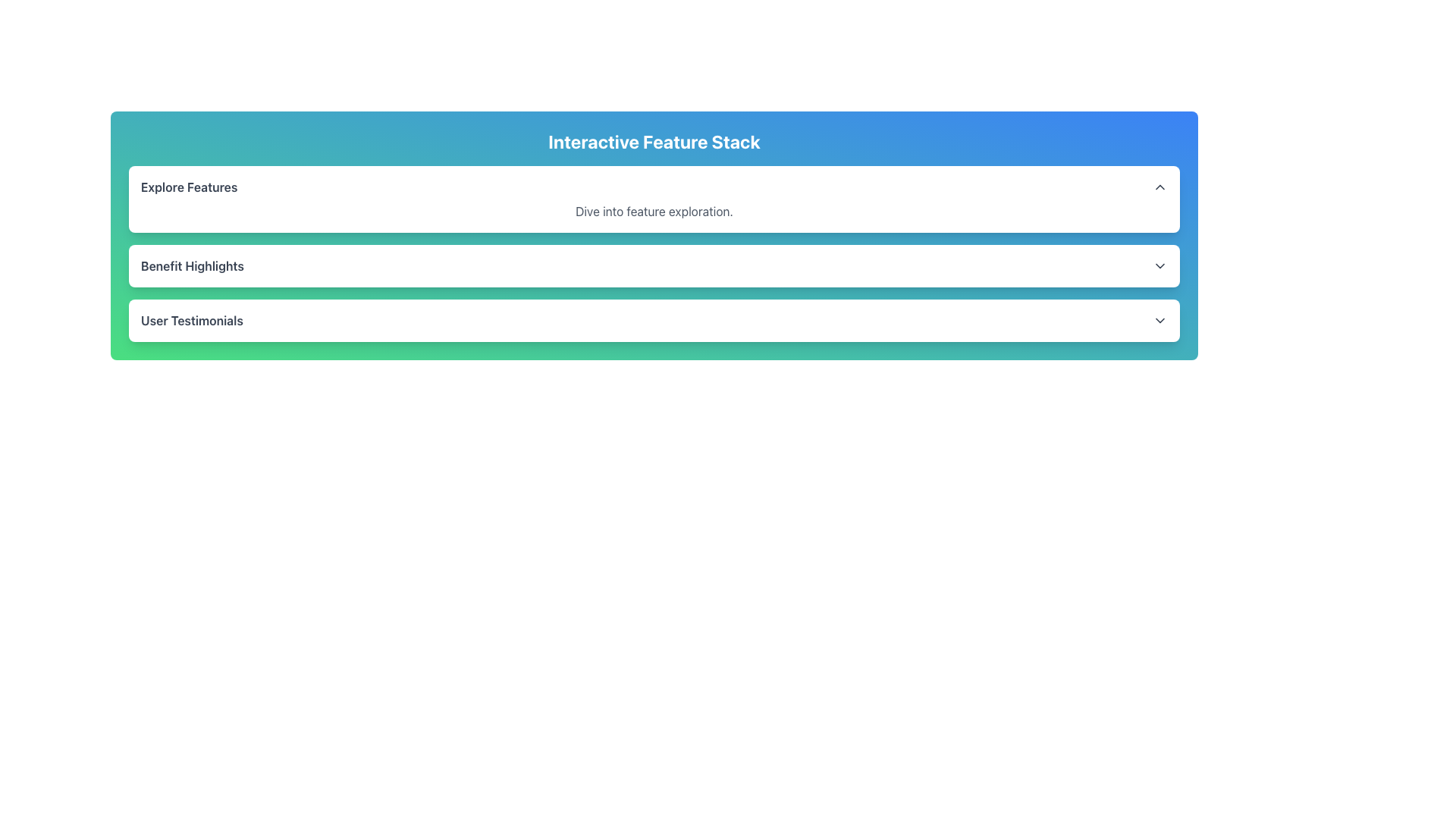 Image resolution: width=1456 pixels, height=819 pixels. What do you see at coordinates (1159, 186) in the screenshot?
I see `the upward-pointing chevron icon in the 'Explore Features' section` at bounding box center [1159, 186].